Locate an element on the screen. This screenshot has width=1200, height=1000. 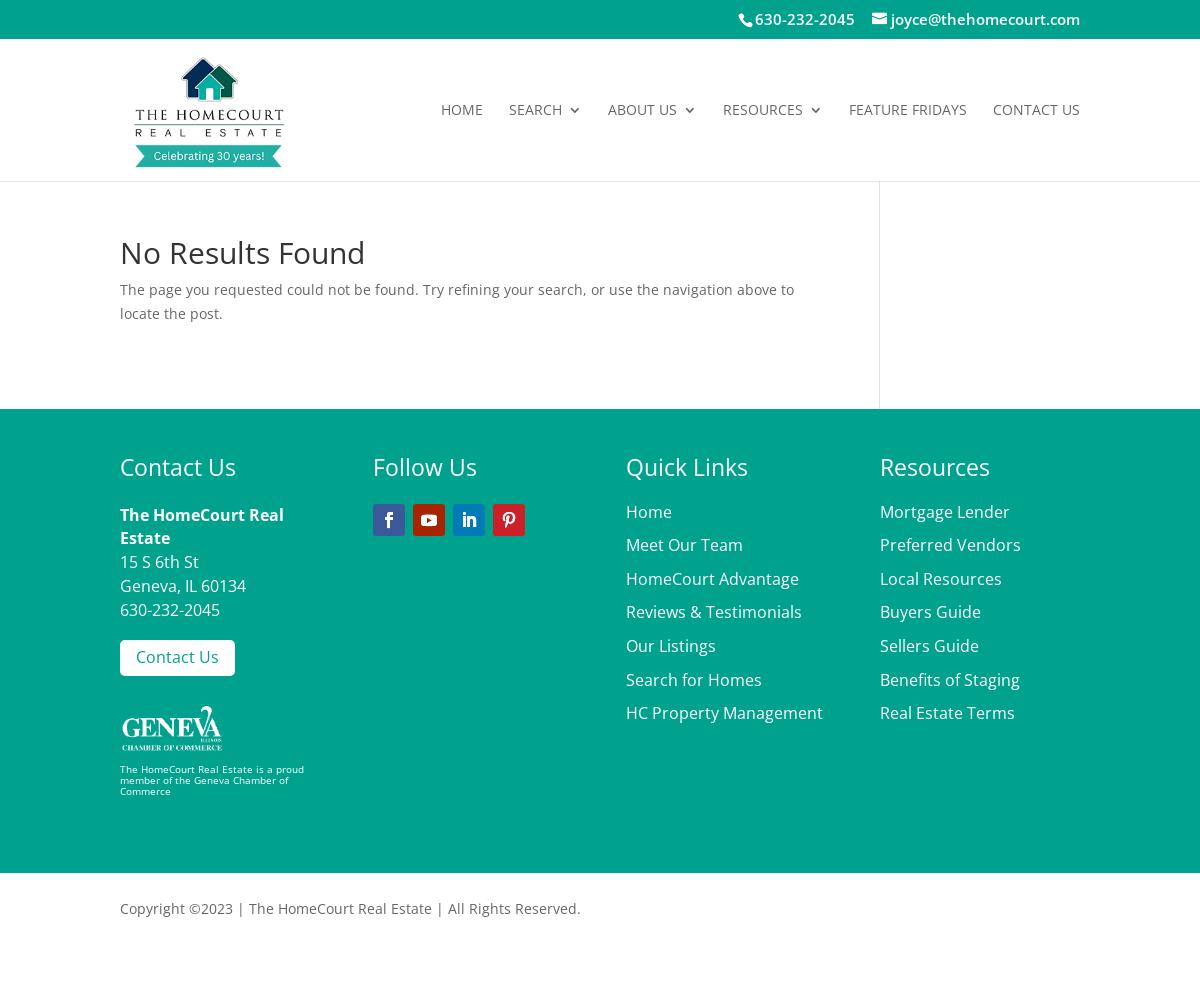
'Follow Us' is located at coordinates (425, 465).